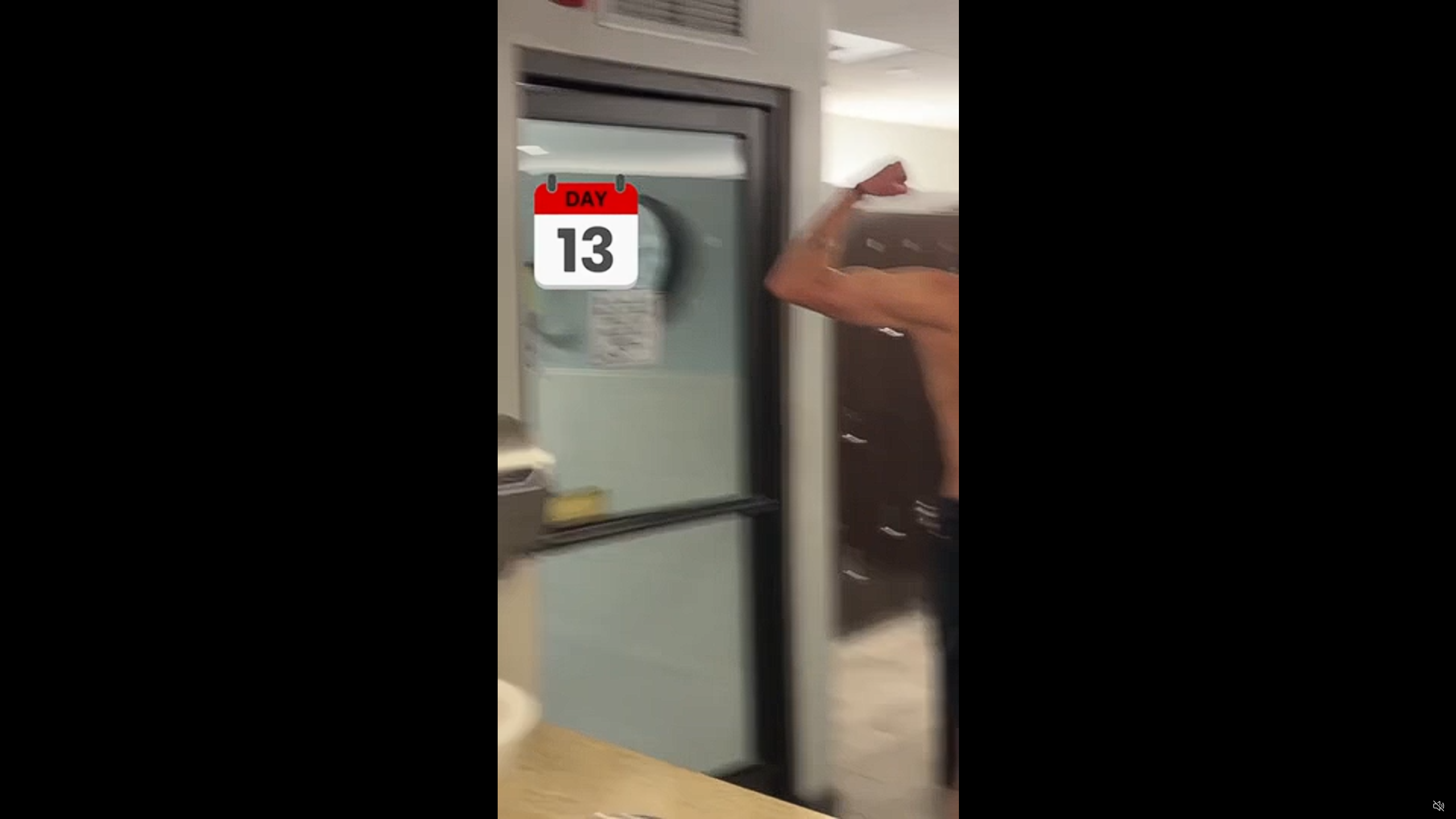  I want to click on 'Captions', so click(1394, 806).